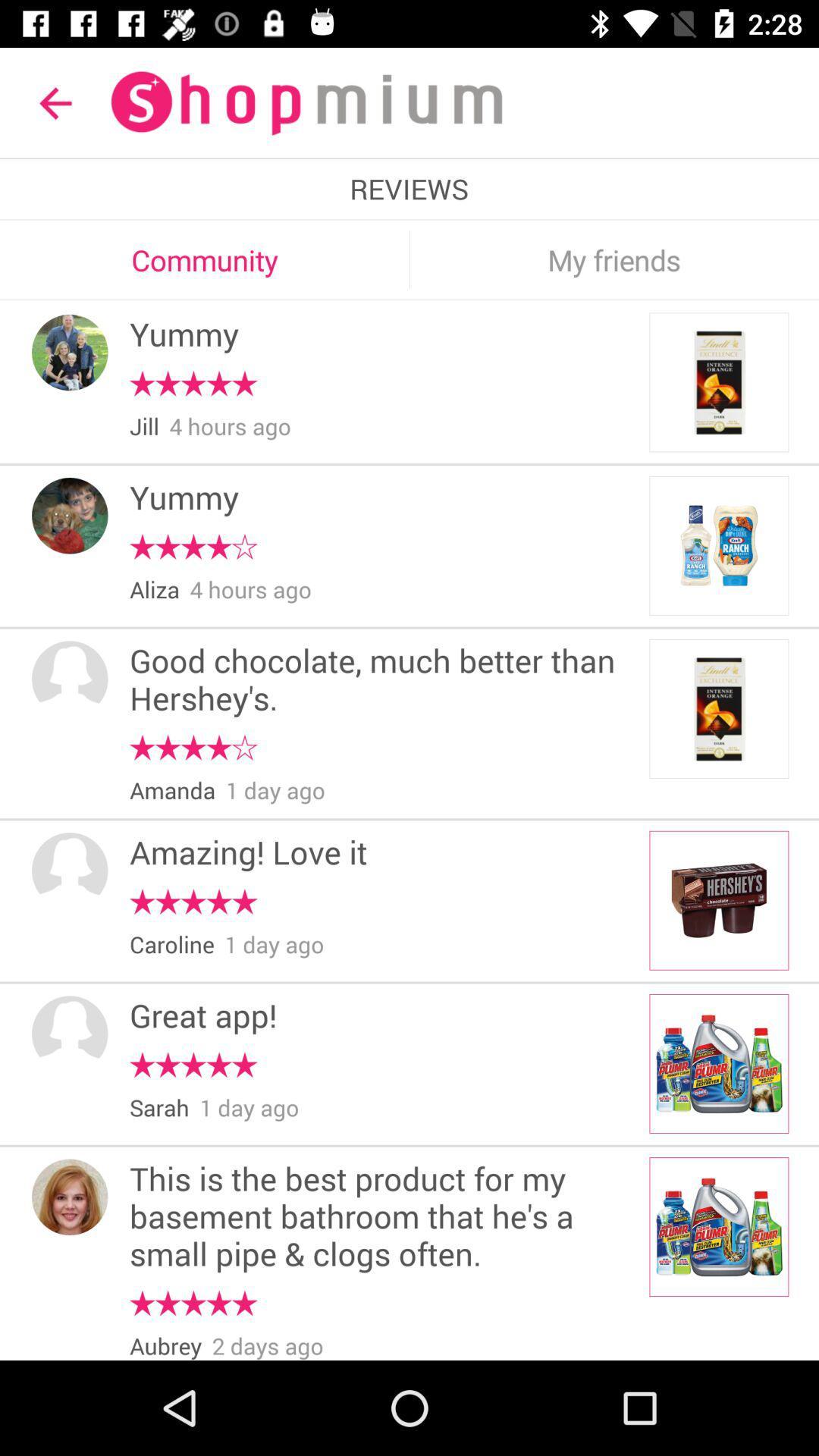 The width and height of the screenshot is (819, 1456). I want to click on the item below the aliza item, so click(384, 680).